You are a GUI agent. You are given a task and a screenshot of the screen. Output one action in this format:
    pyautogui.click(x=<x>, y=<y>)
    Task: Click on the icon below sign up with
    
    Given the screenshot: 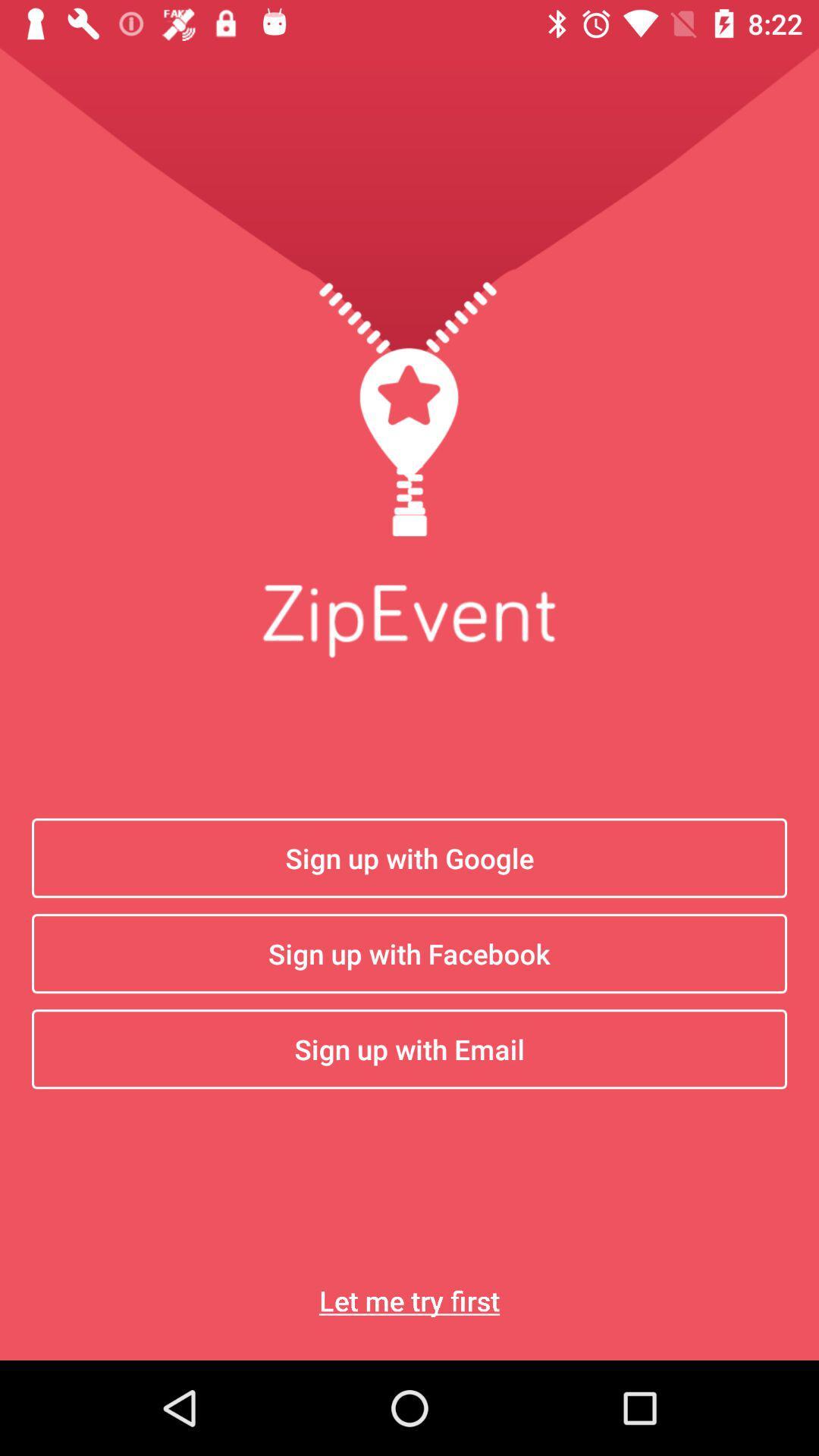 What is the action you would take?
    pyautogui.click(x=409, y=1300)
    